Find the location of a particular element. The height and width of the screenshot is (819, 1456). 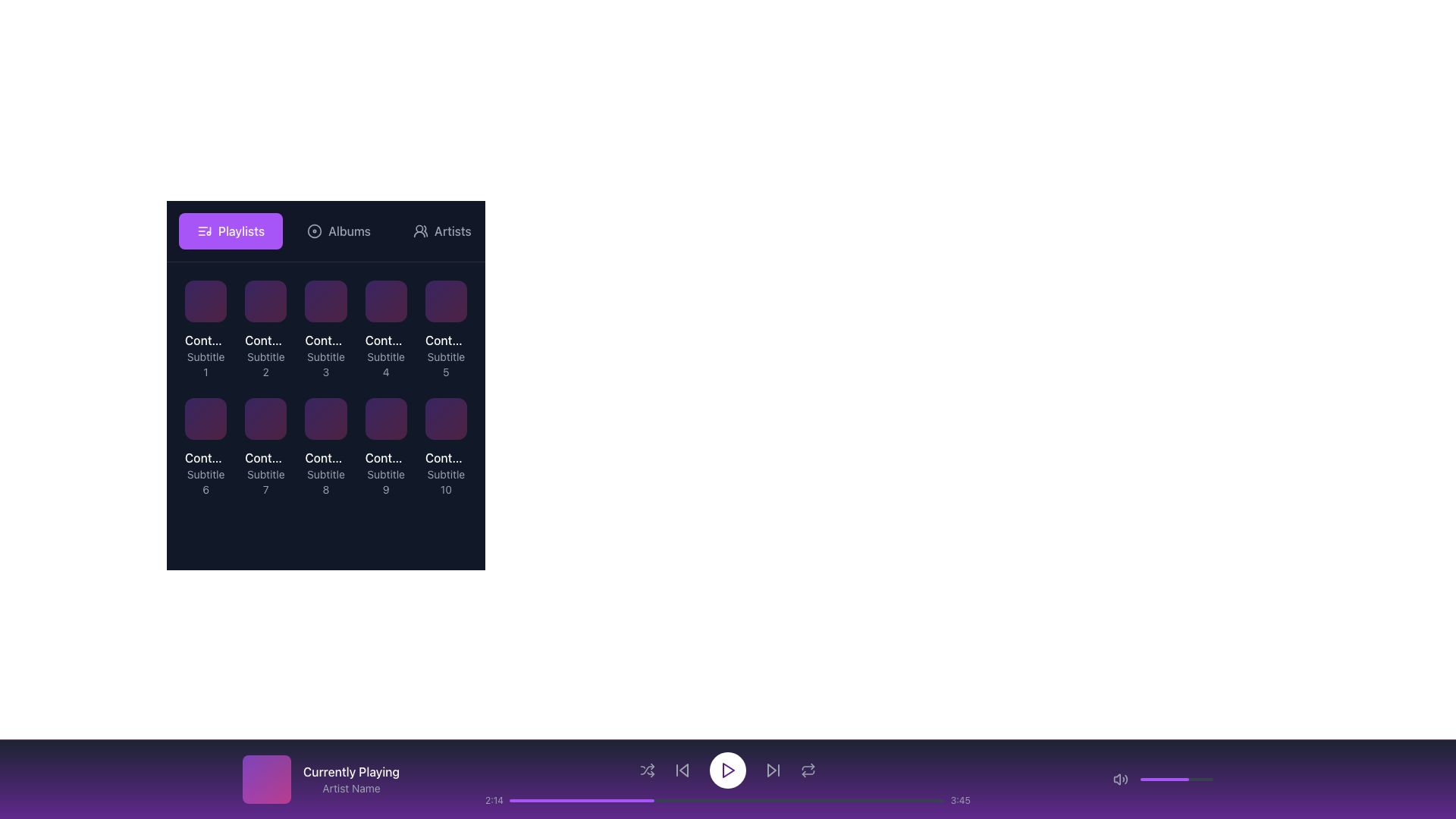

the skip backward button located in the control panel, which is the second element from the left and is positioned immediately to the right of the shuffle icon is located at coordinates (682, 770).